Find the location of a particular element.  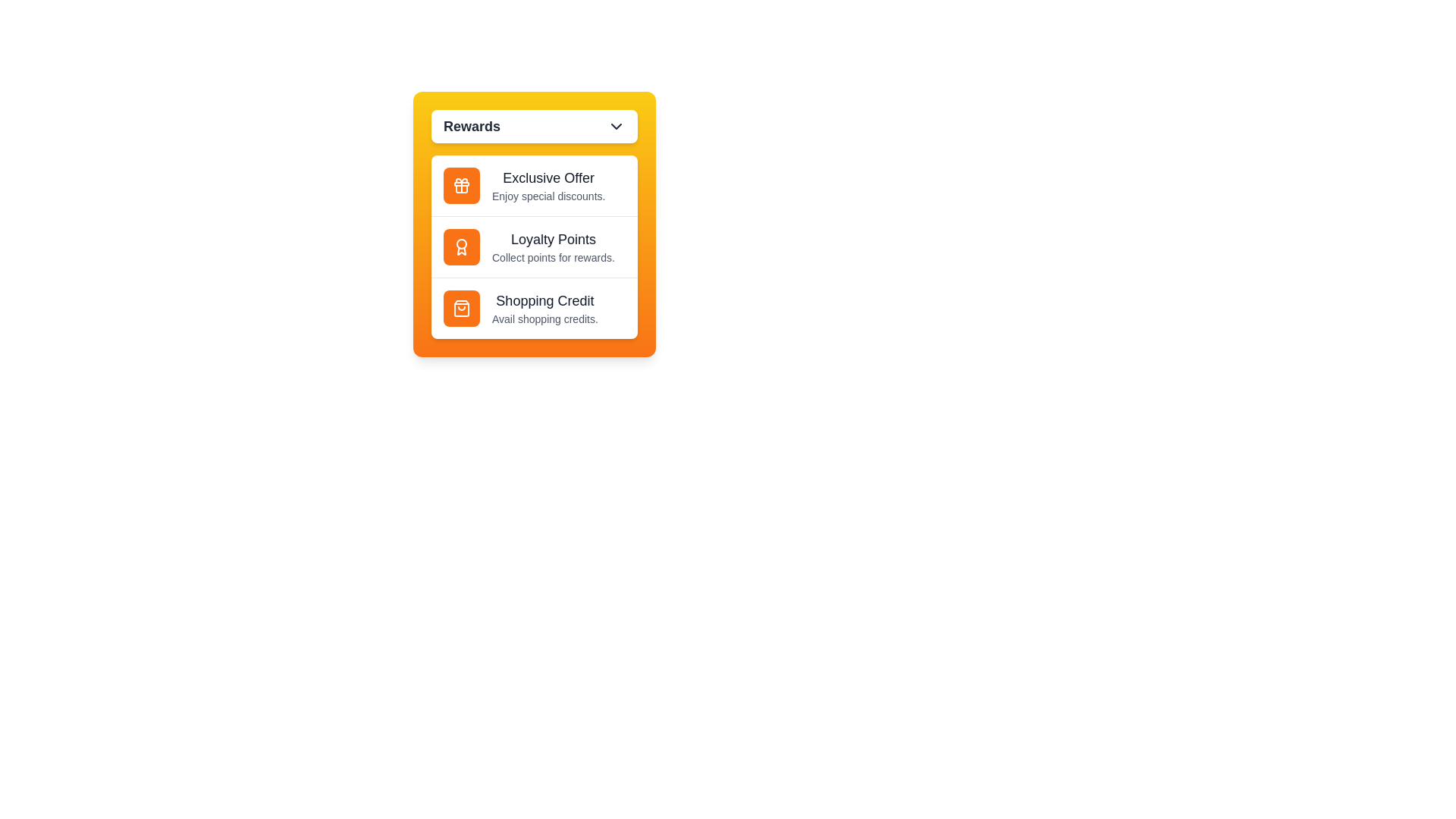

the first Informational card in the vertical list under the yellow 'Rewards' header, which provides details about a specific reward or offer is located at coordinates (535, 185).